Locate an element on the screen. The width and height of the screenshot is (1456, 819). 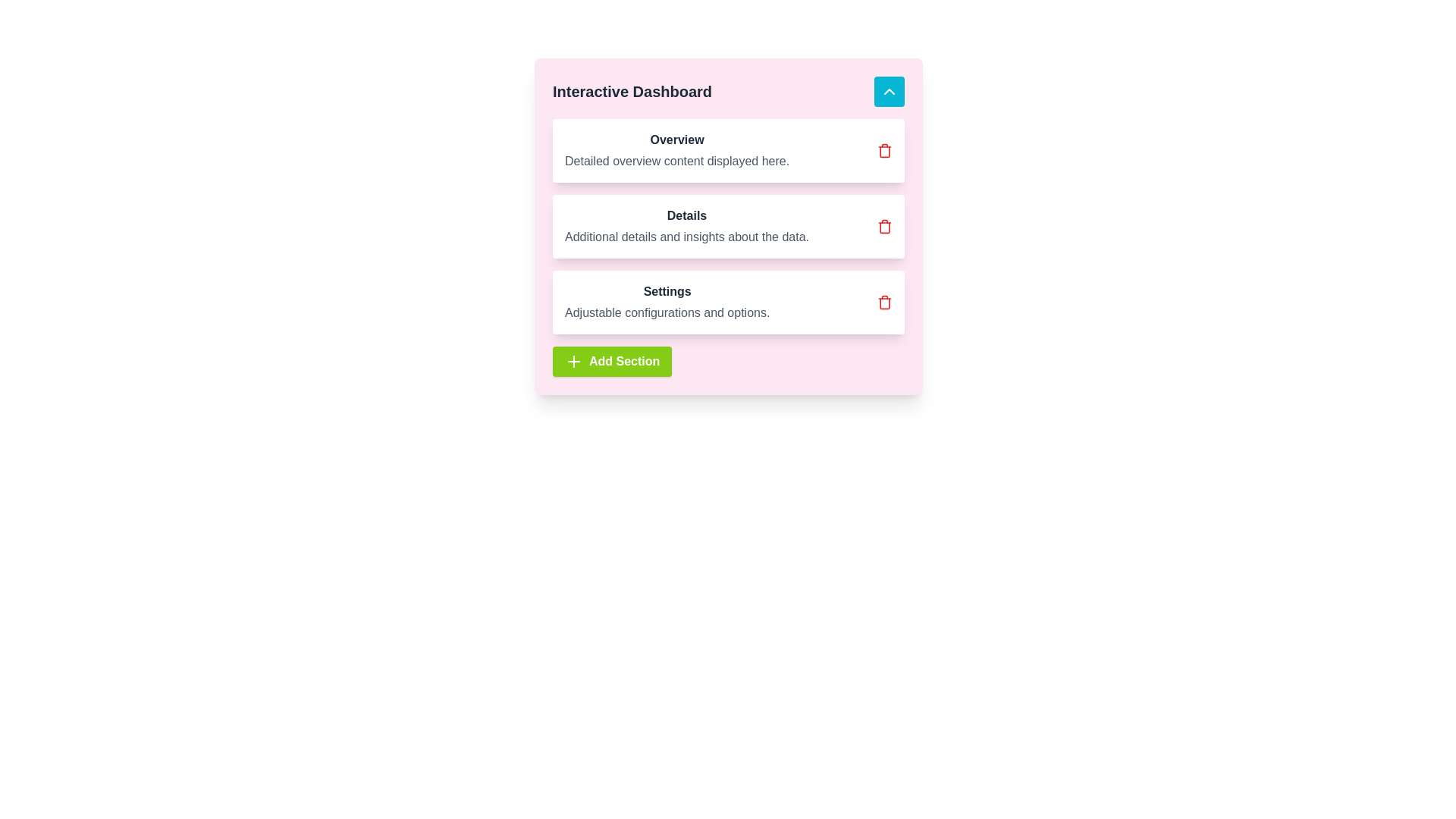
the icon button located at the far-right end of the 'Overview' panel is located at coordinates (884, 151).